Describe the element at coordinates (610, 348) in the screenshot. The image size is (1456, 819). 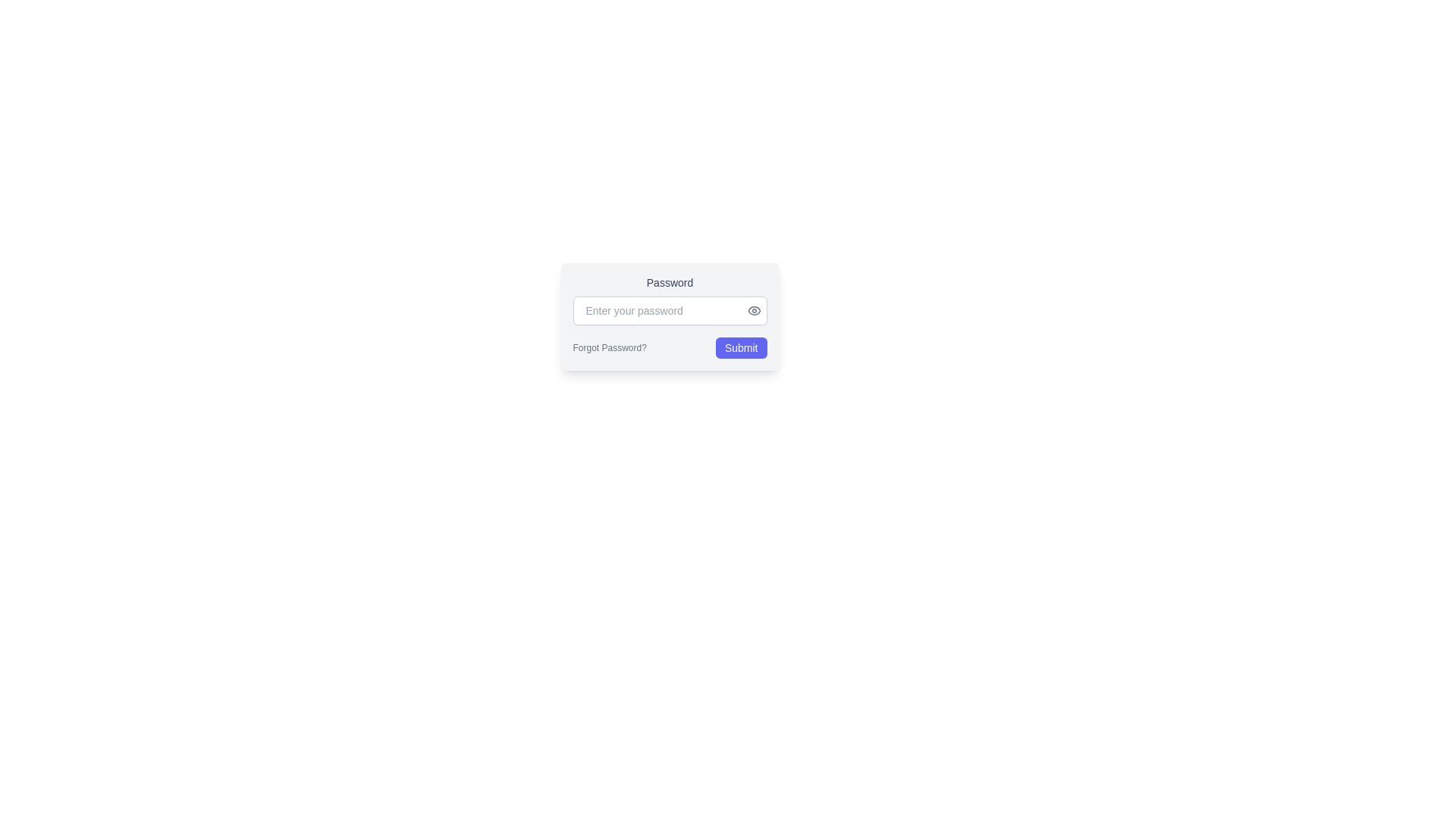
I see `the password recovery button located to the left of the 'Submit' button` at that location.